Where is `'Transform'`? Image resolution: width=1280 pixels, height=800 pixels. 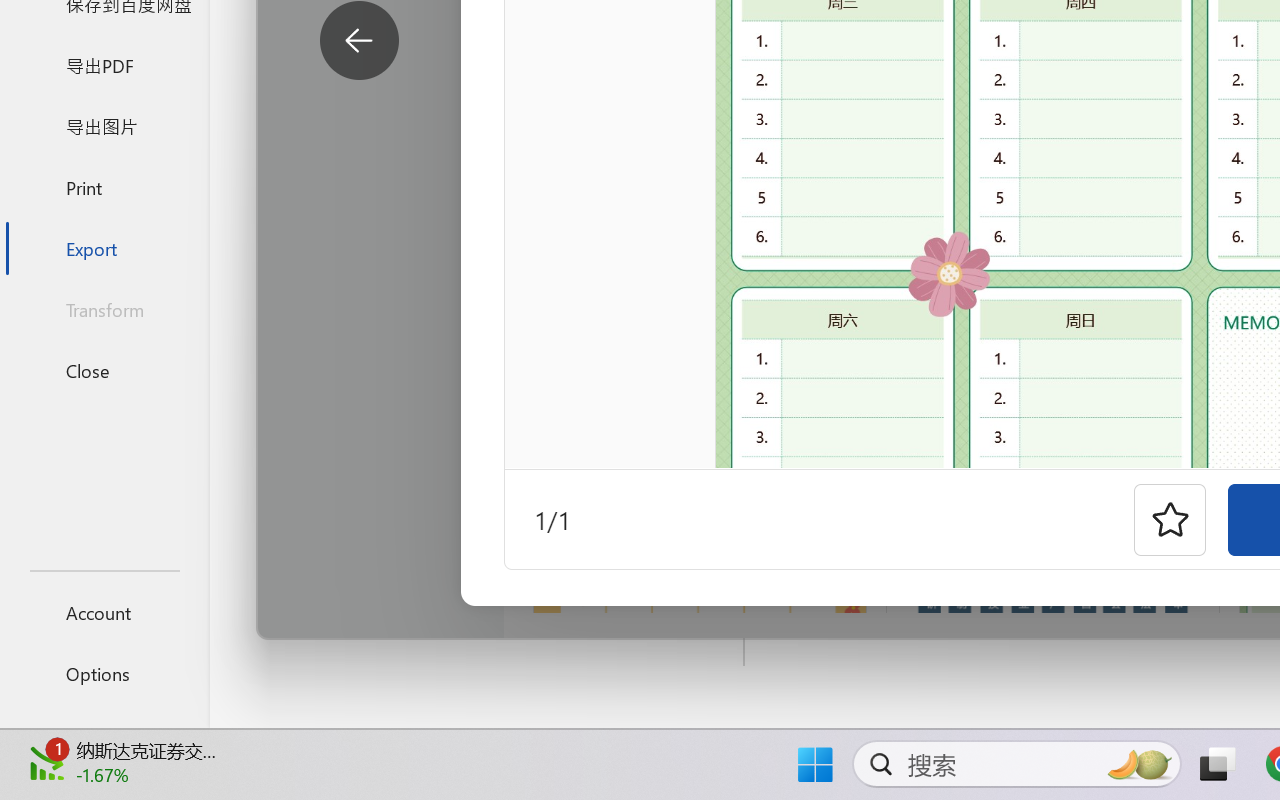
'Transform' is located at coordinates (103, 308).